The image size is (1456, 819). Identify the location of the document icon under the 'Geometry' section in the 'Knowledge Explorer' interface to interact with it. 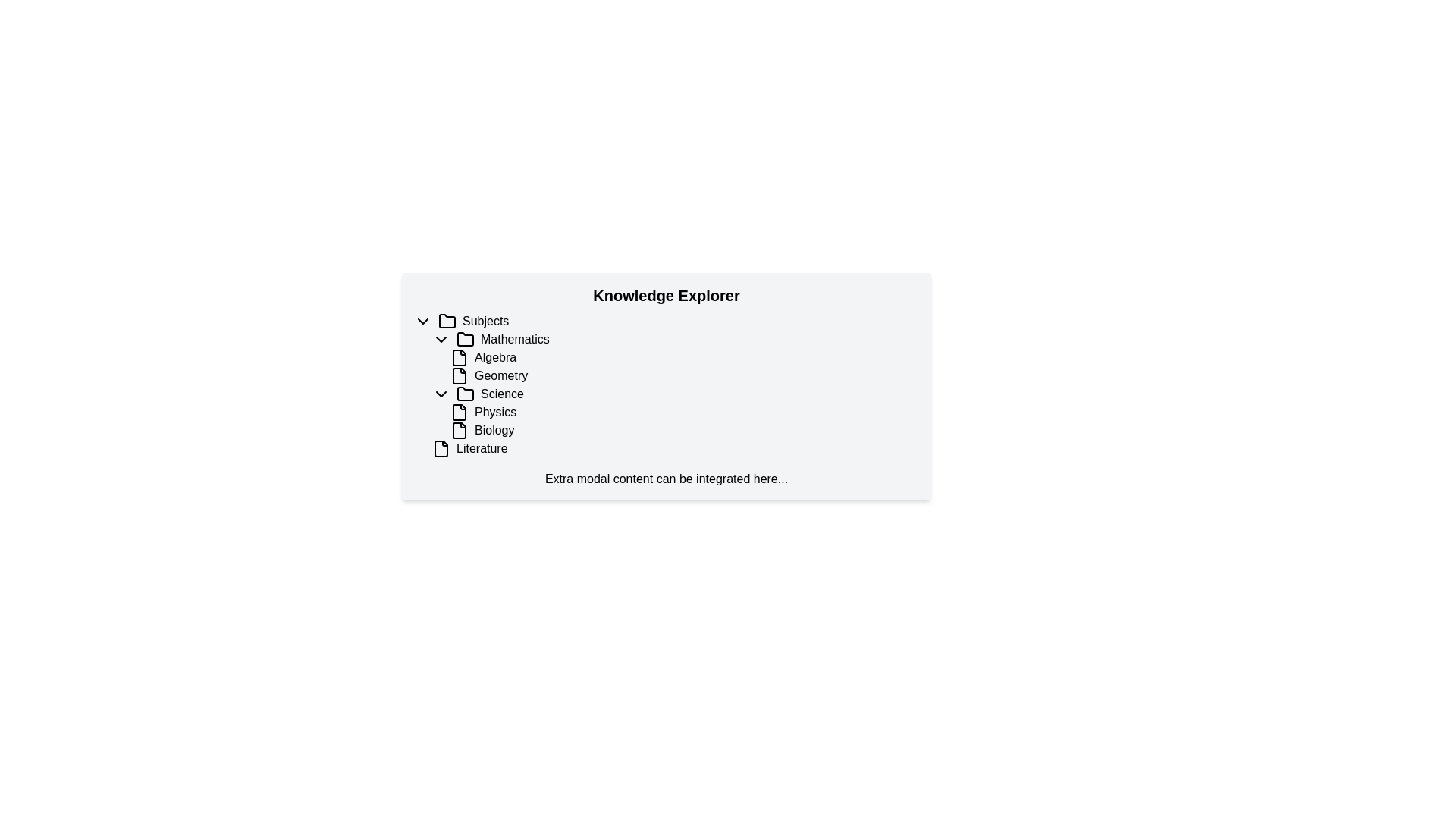
(458, 375).